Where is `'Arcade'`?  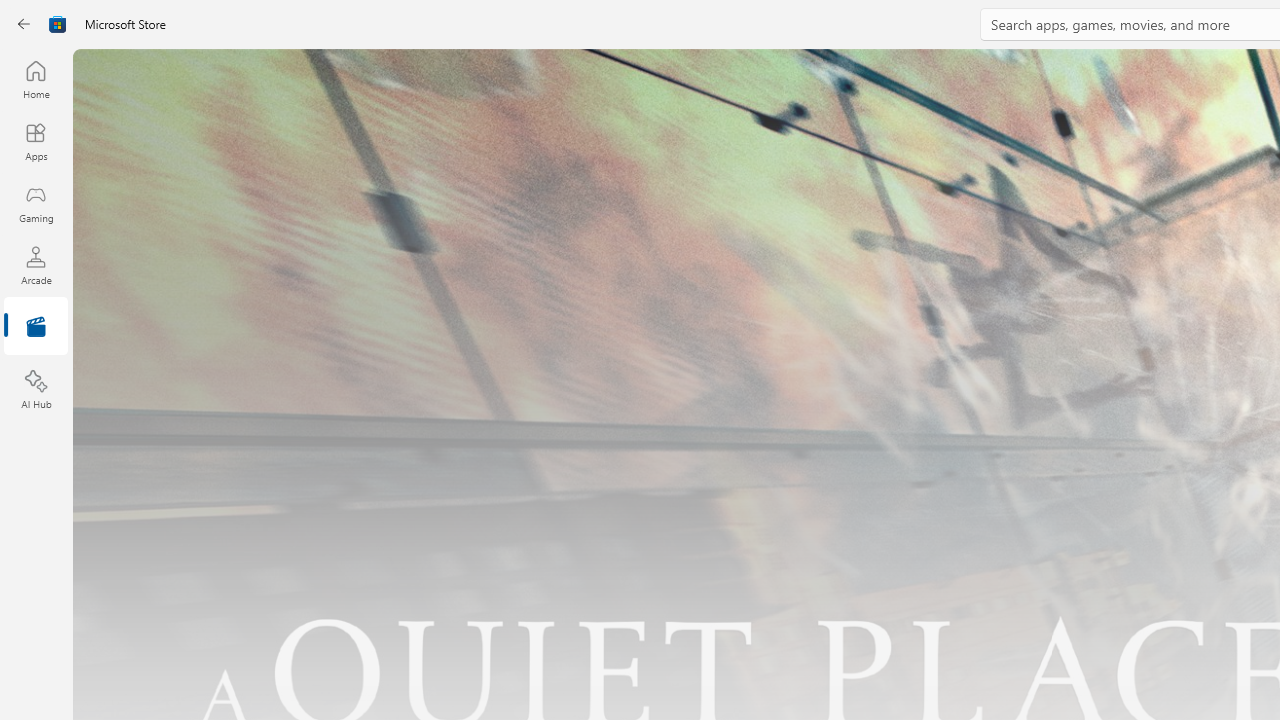 'Arcade' is located at coordinates (35, 264).